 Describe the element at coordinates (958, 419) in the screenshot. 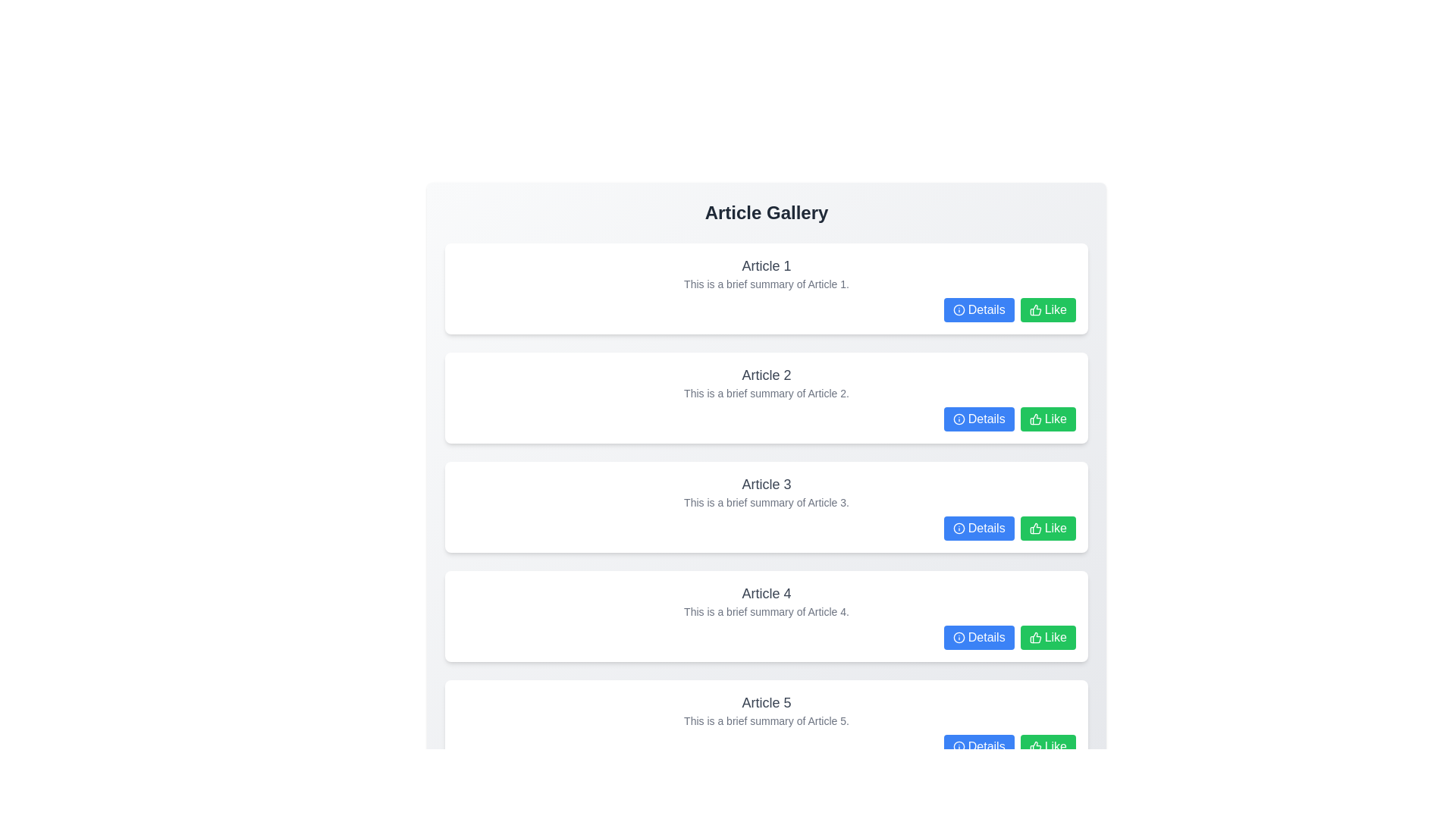

I see `the icon inside the 'Details' button located in the second row of the list, positioned to the left of the button's text` at that location.